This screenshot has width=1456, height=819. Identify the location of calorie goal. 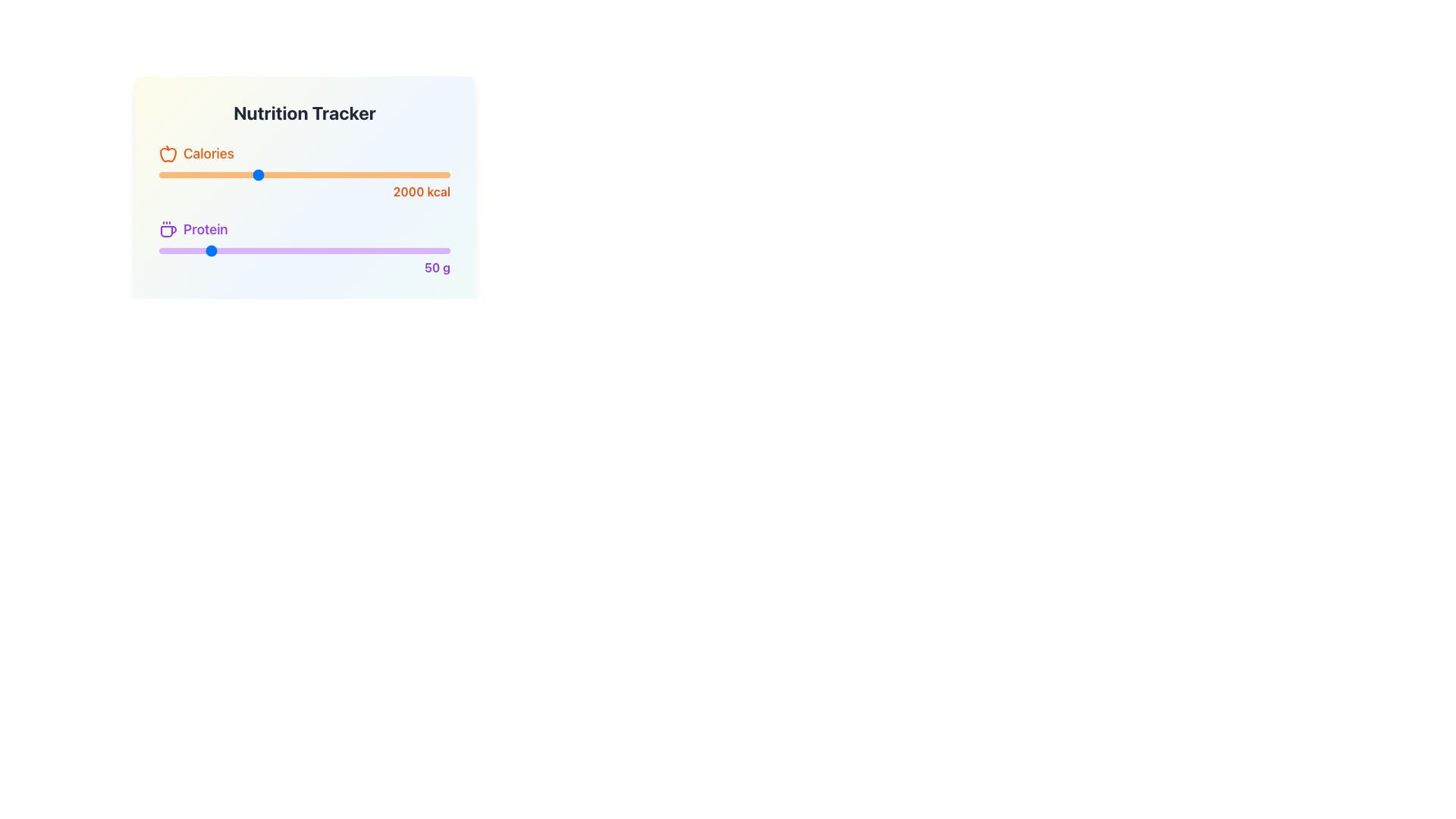
(171, 174).